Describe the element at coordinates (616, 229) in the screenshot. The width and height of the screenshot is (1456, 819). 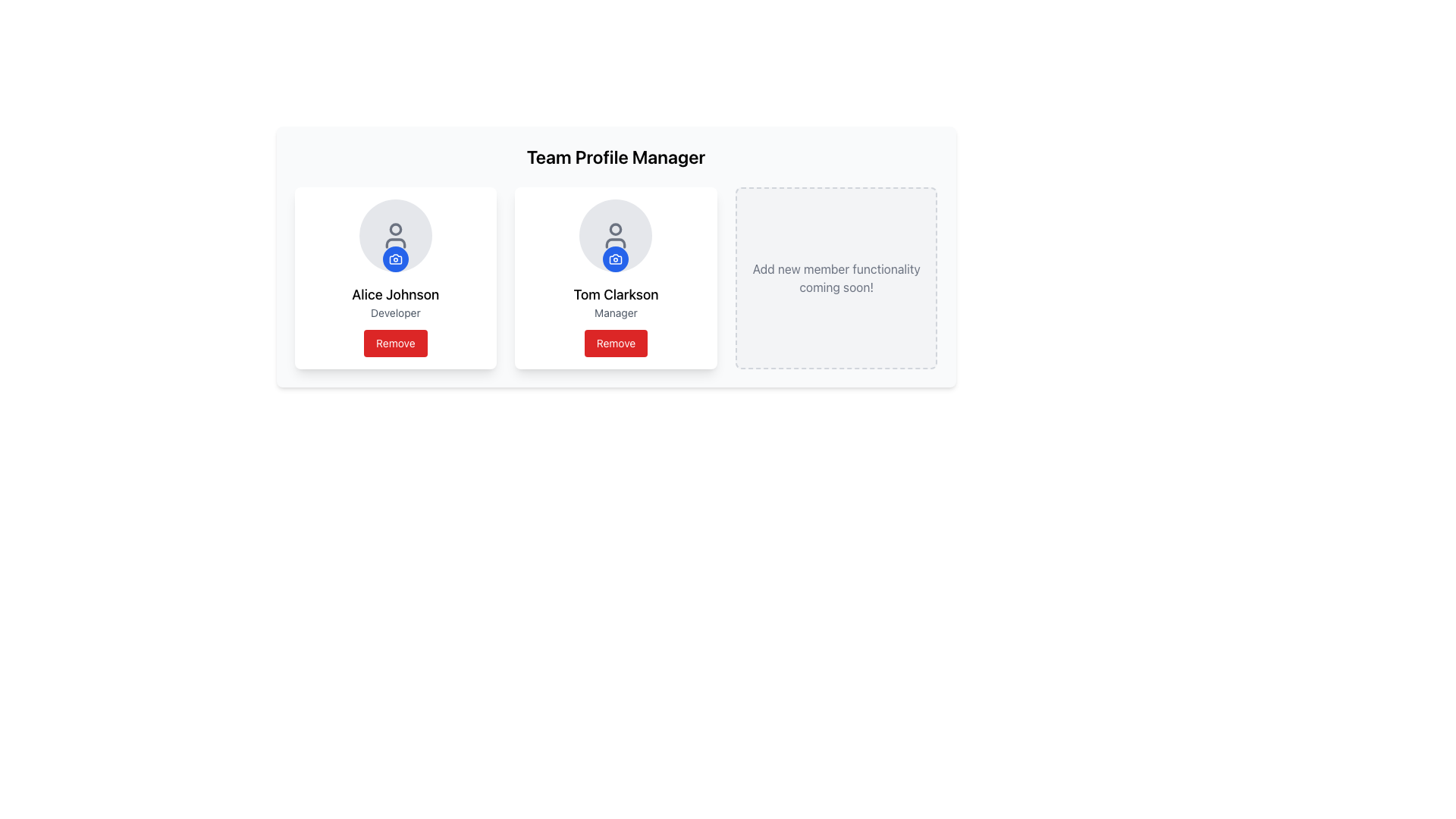
I see `the small SVG circle representing the user profile of Tom Clarkson, located at the top-center of the second card in the grid layout` at that location.